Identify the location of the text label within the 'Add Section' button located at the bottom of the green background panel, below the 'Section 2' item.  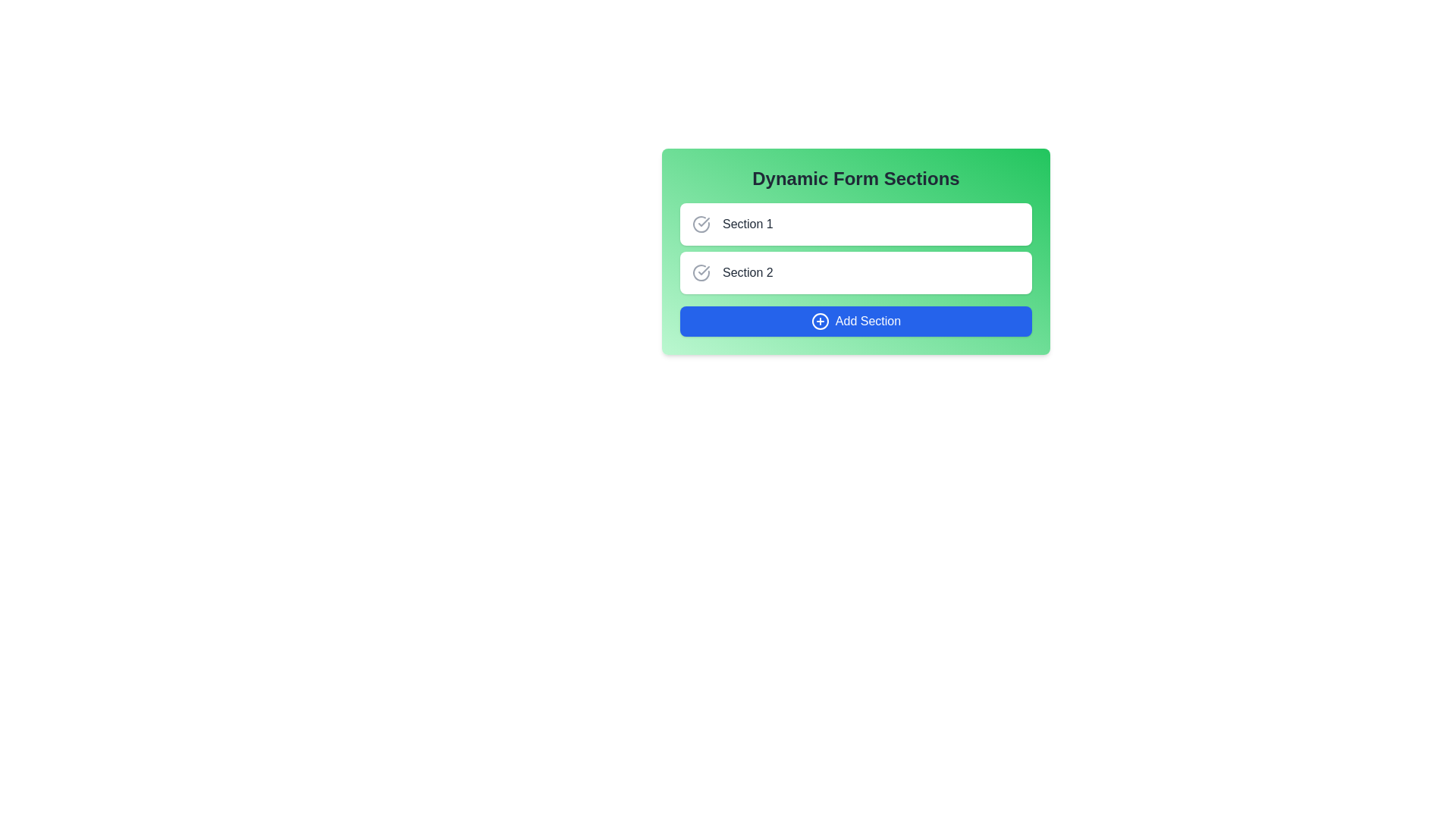
(868, 321).